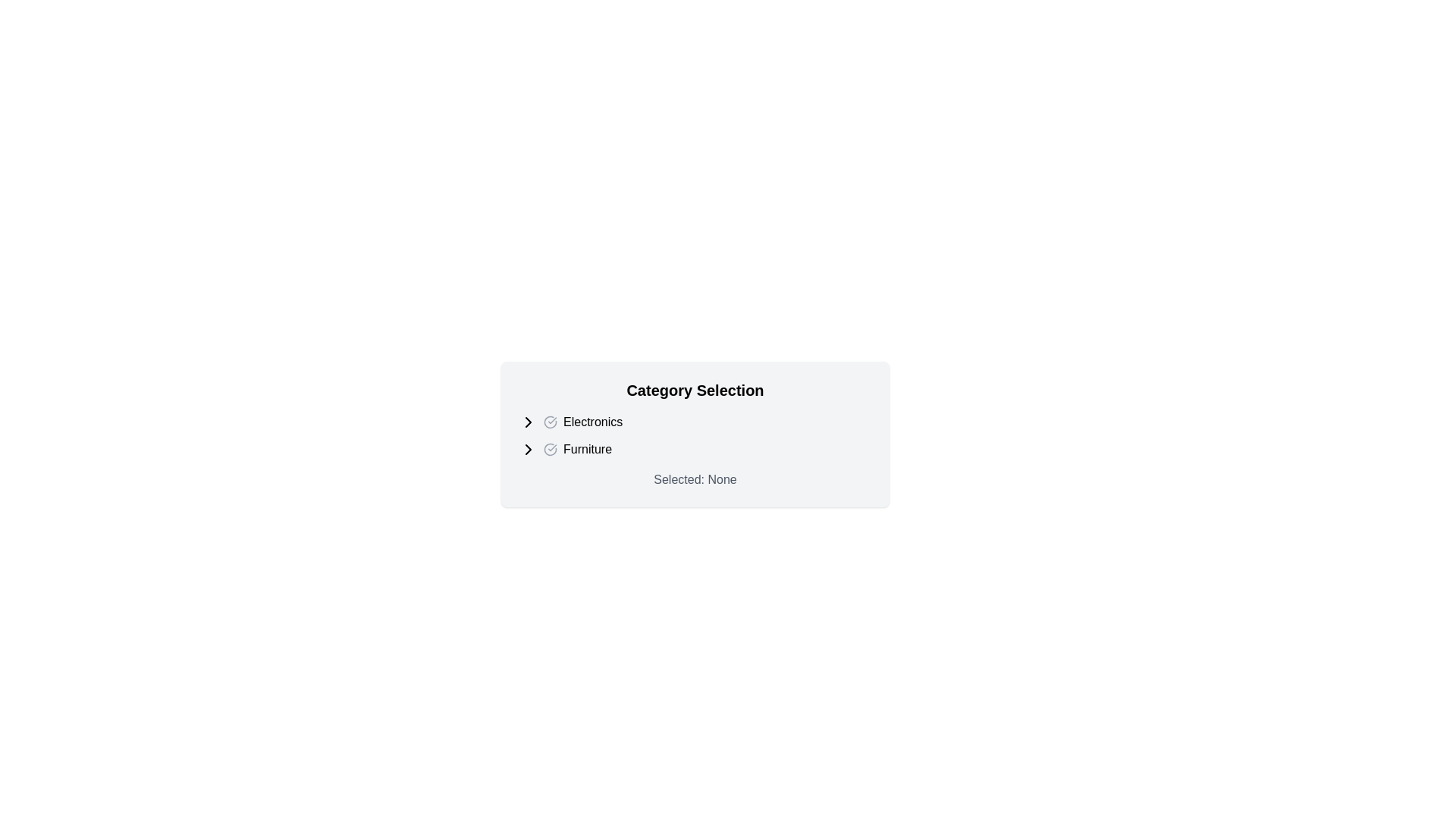  Describe the element at coordinates (528, 449) in the screenshot. I see `the right-pointing chevron icon, which is positioned` at that location.